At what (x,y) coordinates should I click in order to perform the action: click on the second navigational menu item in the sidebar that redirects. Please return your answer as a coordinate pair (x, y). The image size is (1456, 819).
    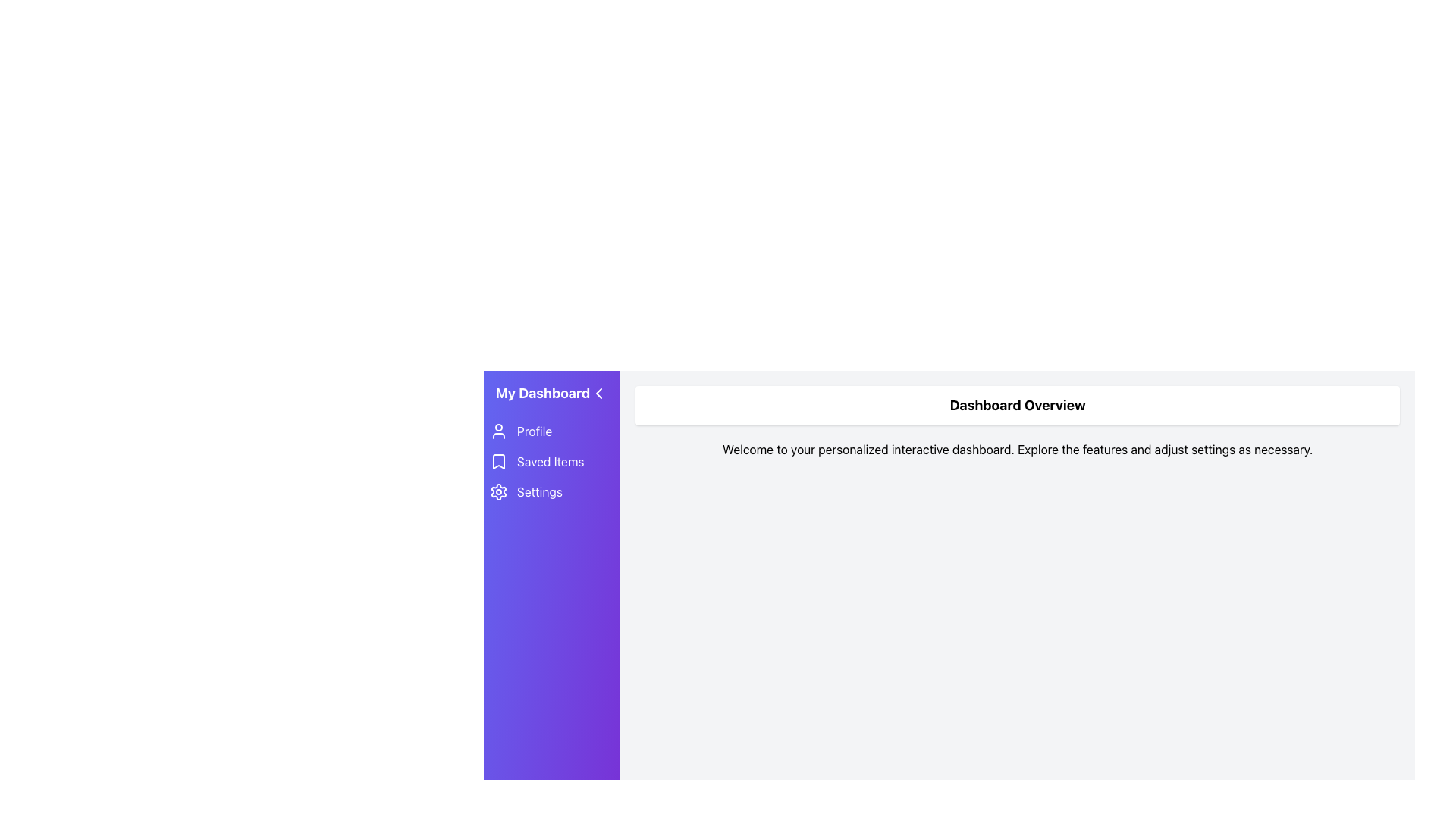
    Looking at the image, I should click on (551, 461).